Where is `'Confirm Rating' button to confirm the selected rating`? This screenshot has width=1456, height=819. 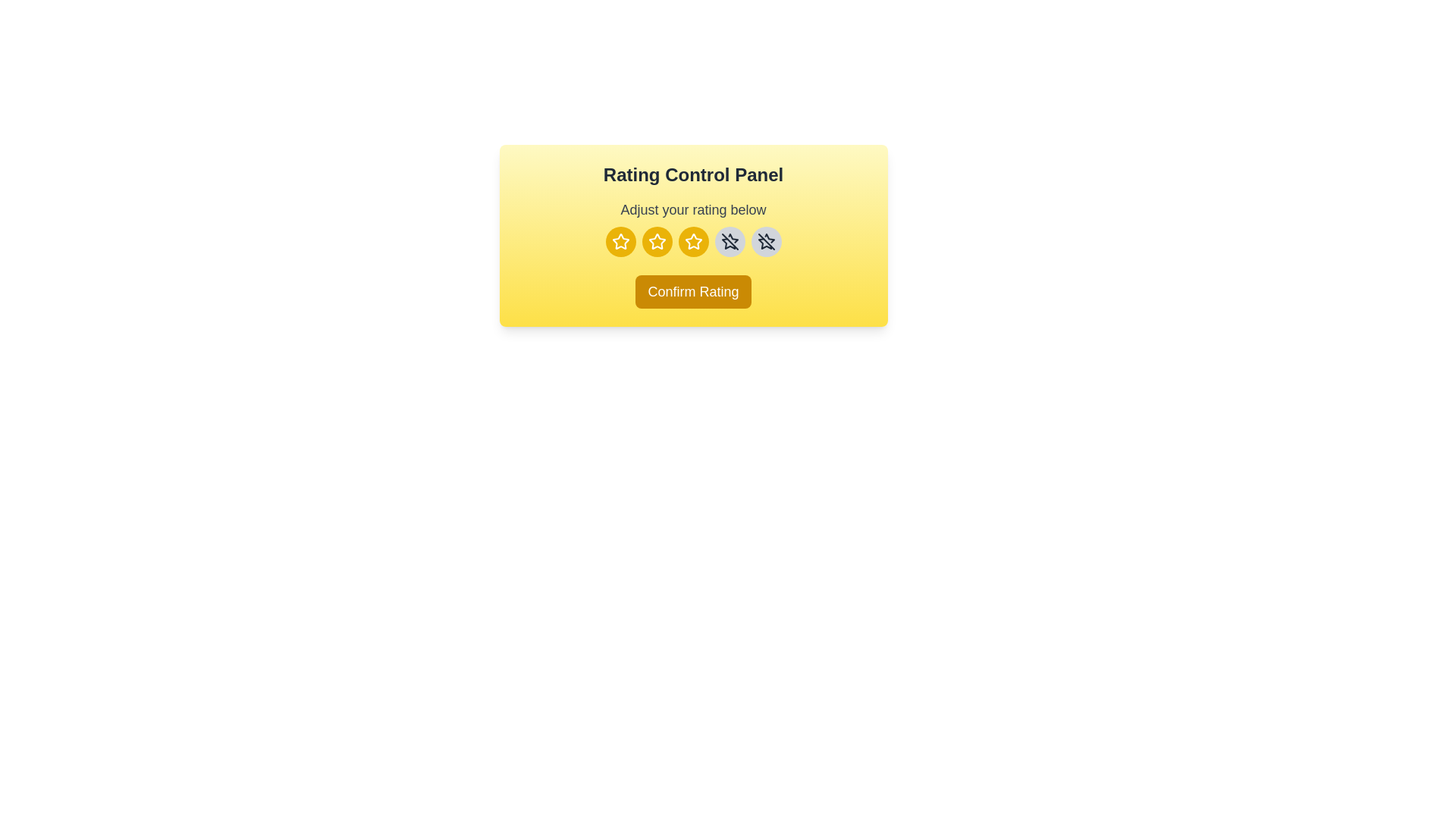
'Confirm Rating' button to confirm the selected rating is located at coordinates (692, 292).